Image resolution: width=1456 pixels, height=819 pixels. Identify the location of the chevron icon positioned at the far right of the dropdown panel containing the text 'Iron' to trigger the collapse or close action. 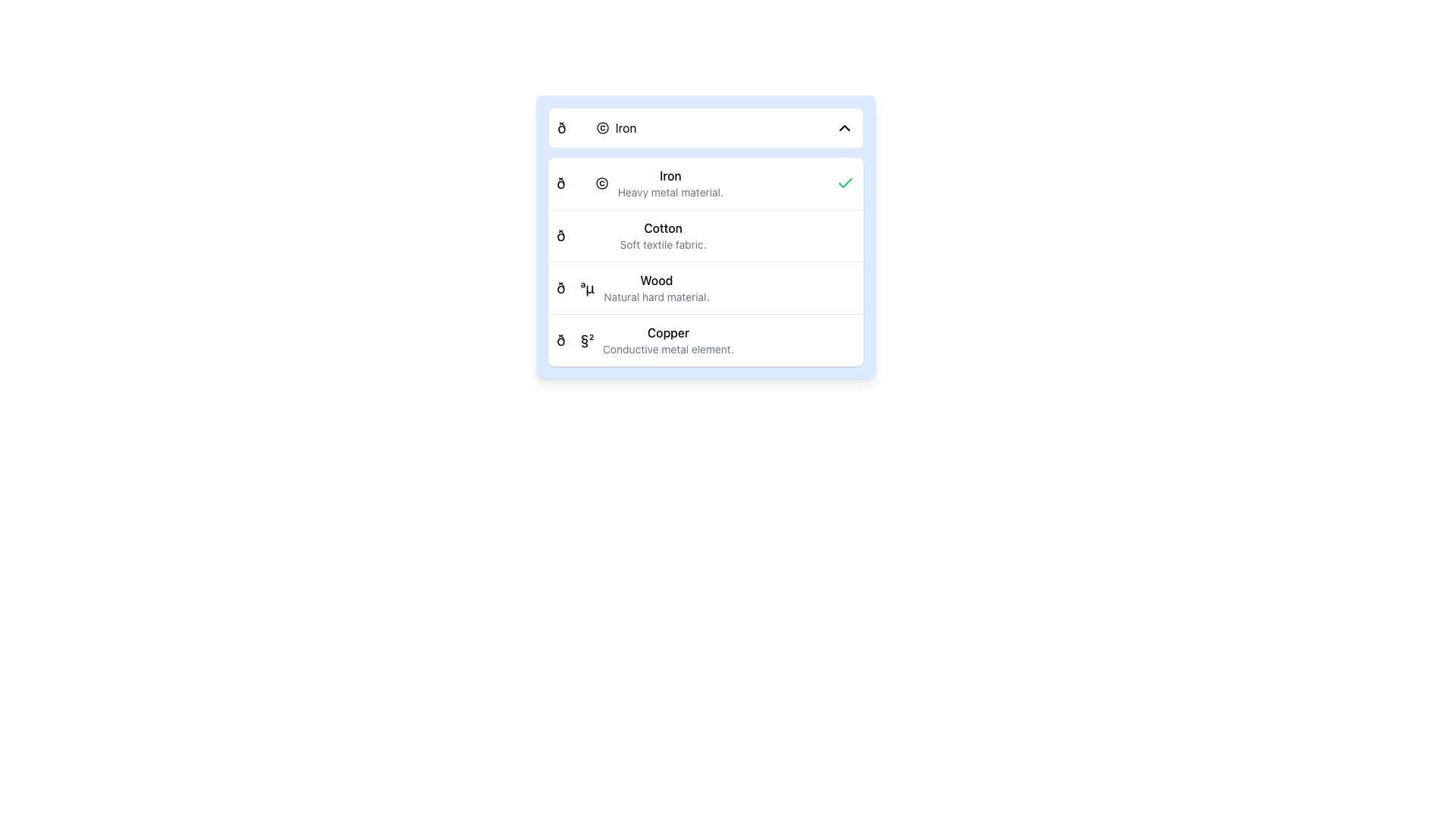
(843, 127).